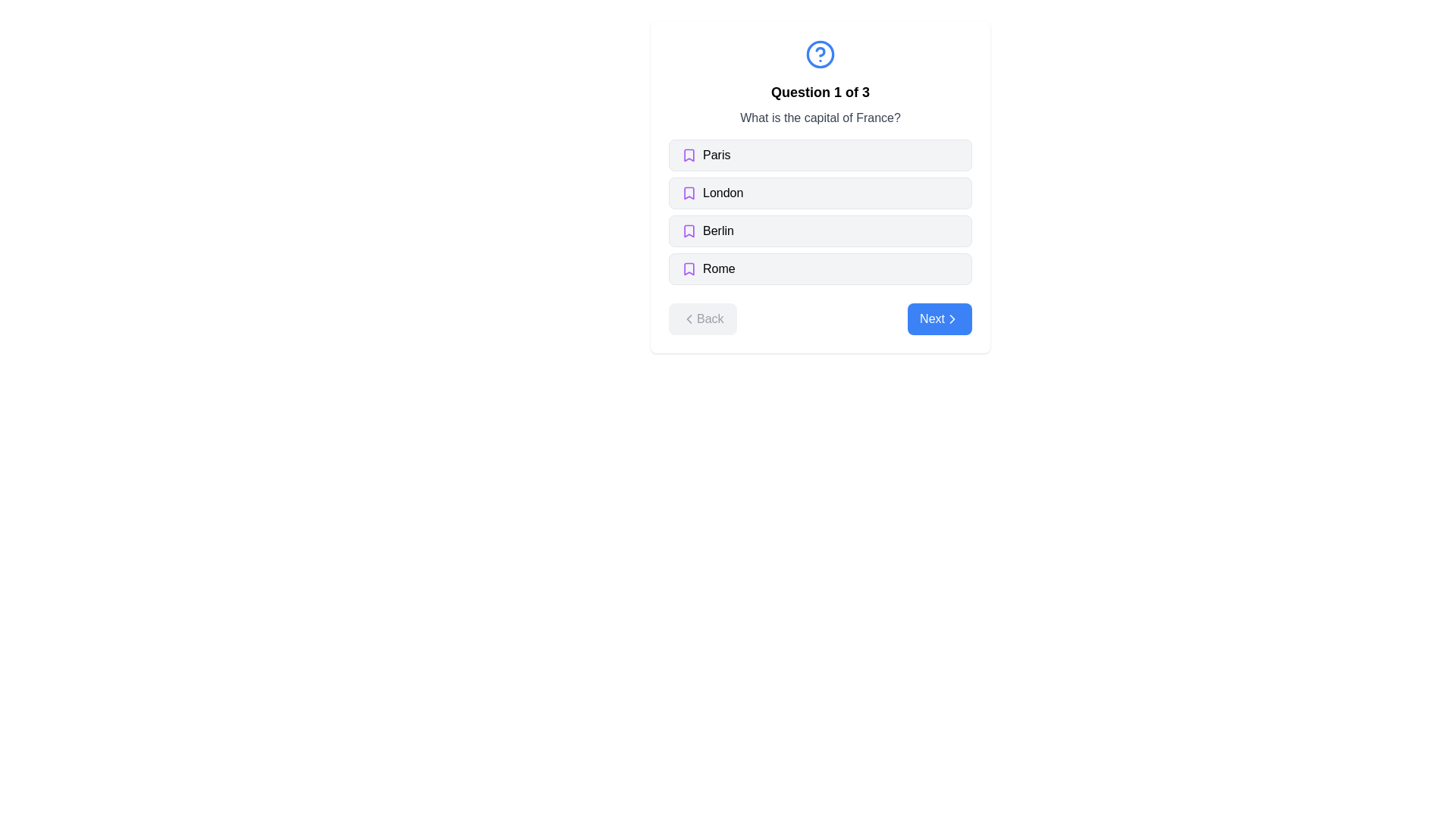  What do you see at coordinates (688, 192) in the screenshot?
I see `the small purple bookmark-shaped icon located to the left of the text label 'London' in the vertical list of options` at bounding box center [688, 192].